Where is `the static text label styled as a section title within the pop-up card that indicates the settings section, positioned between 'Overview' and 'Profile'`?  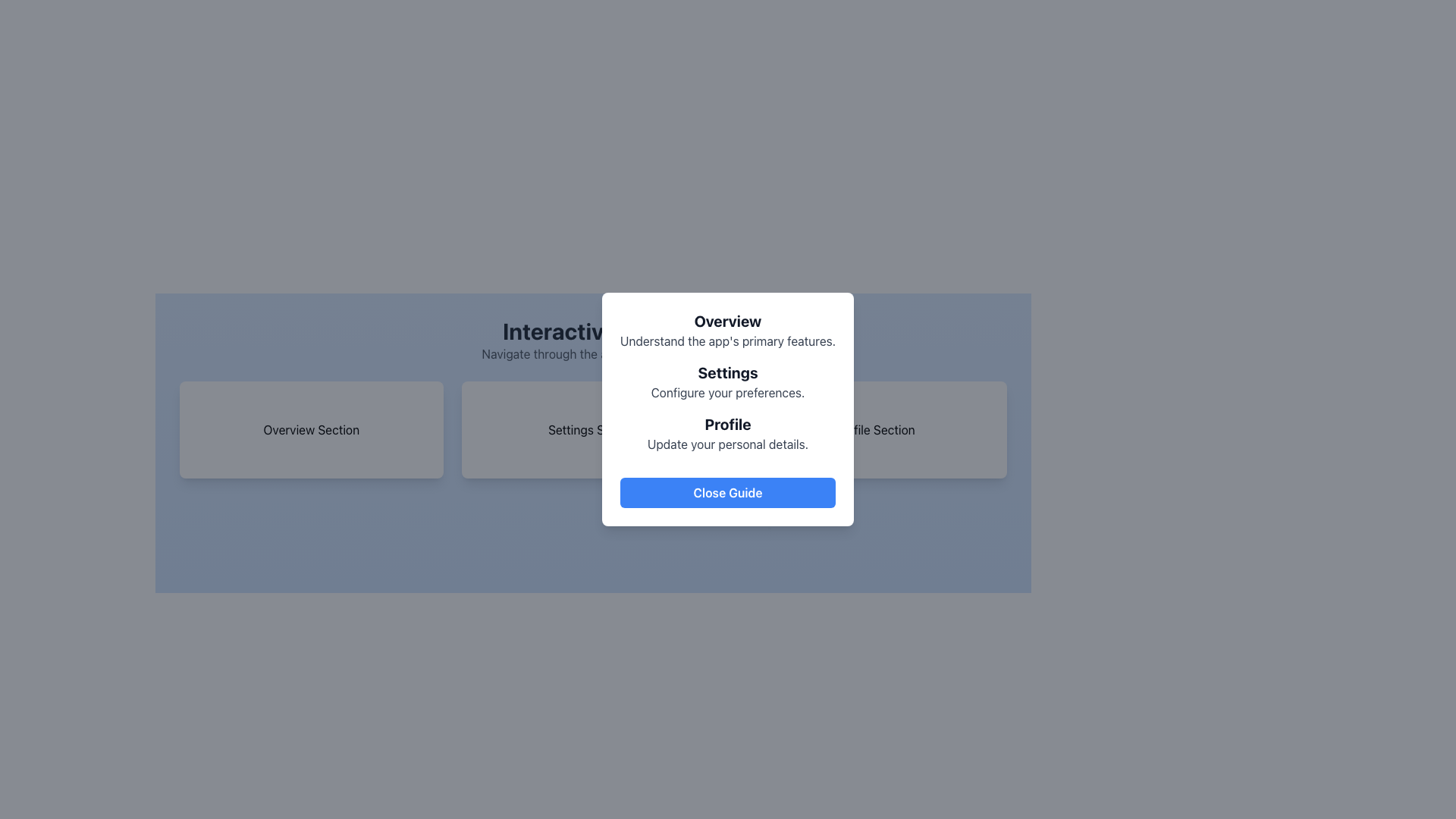
the static text label styled as a section title within the pop-up card that indicates the settings section, positioned between 'Overview' and 'Profile' is located at coordinates (728, 373).